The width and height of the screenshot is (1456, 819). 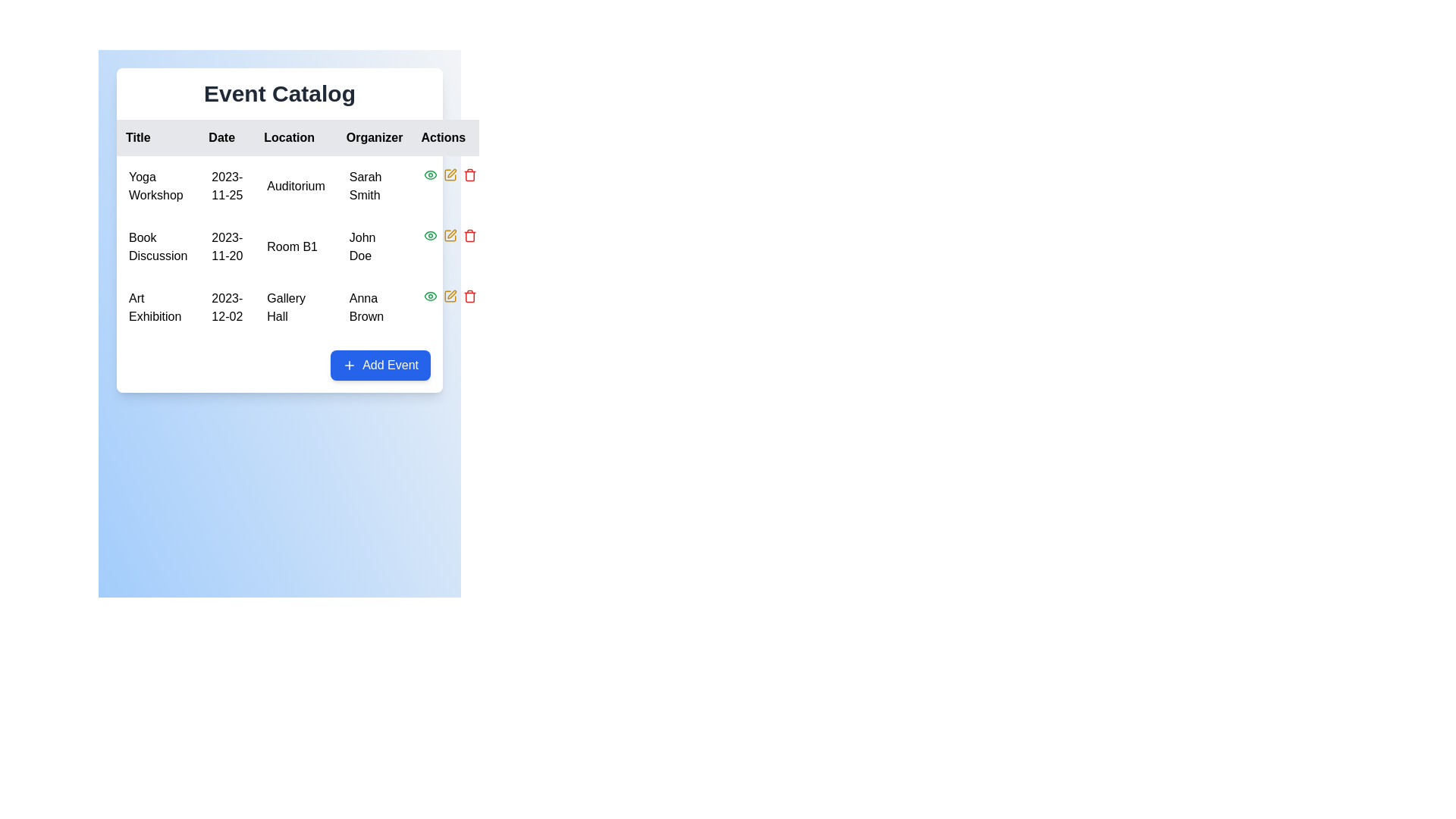 I want to click on the static text display that shows the name of the organizer for the event, located in the fourth column and third row of the table under the 'Organizer' heading, so click(x=375, y=307).